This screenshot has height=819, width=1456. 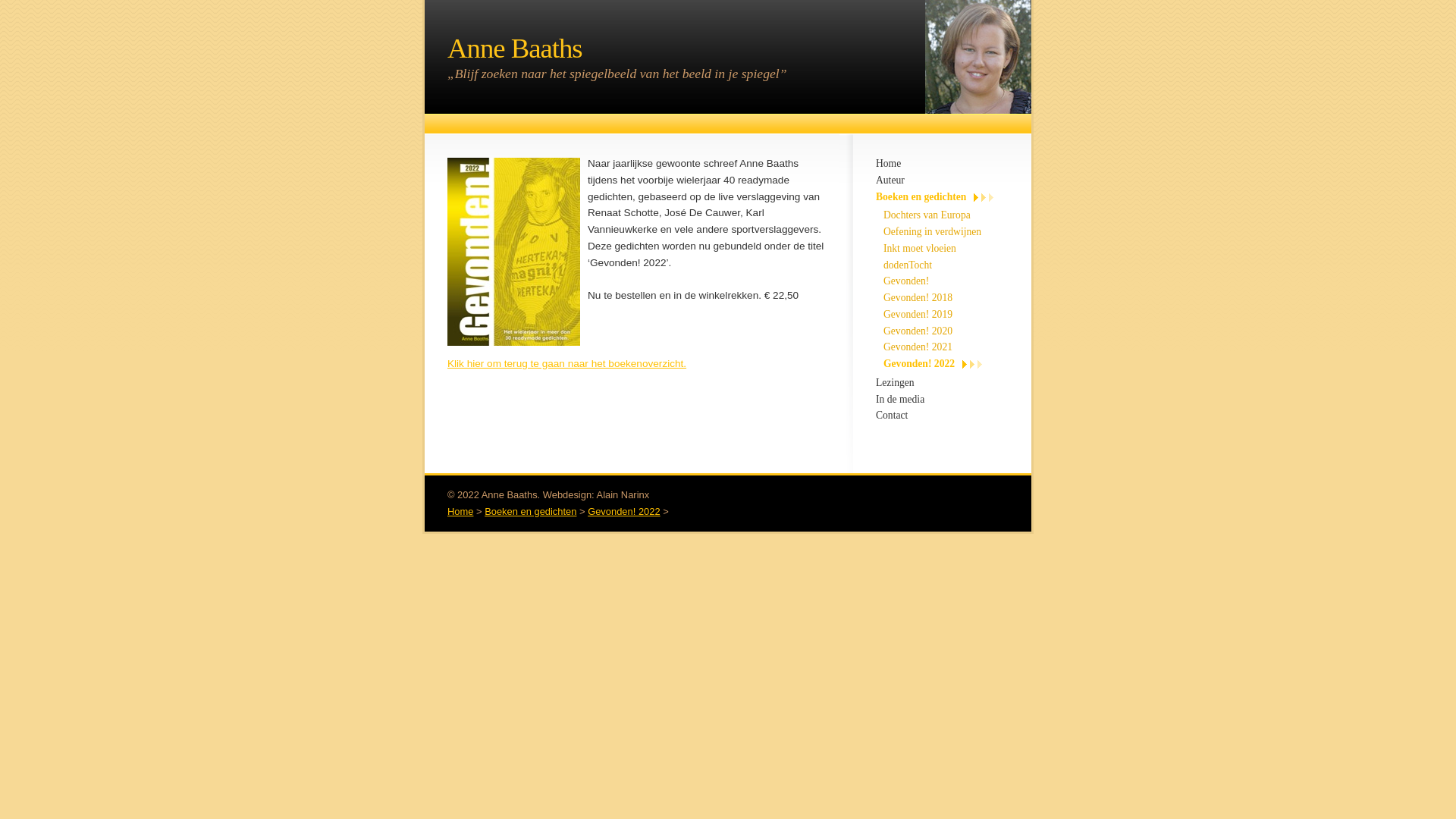 What do you see at coordinates (883, 329) in the screenshot?
I see `'Gevonden! 2020'` at bounding box center [883, 329].